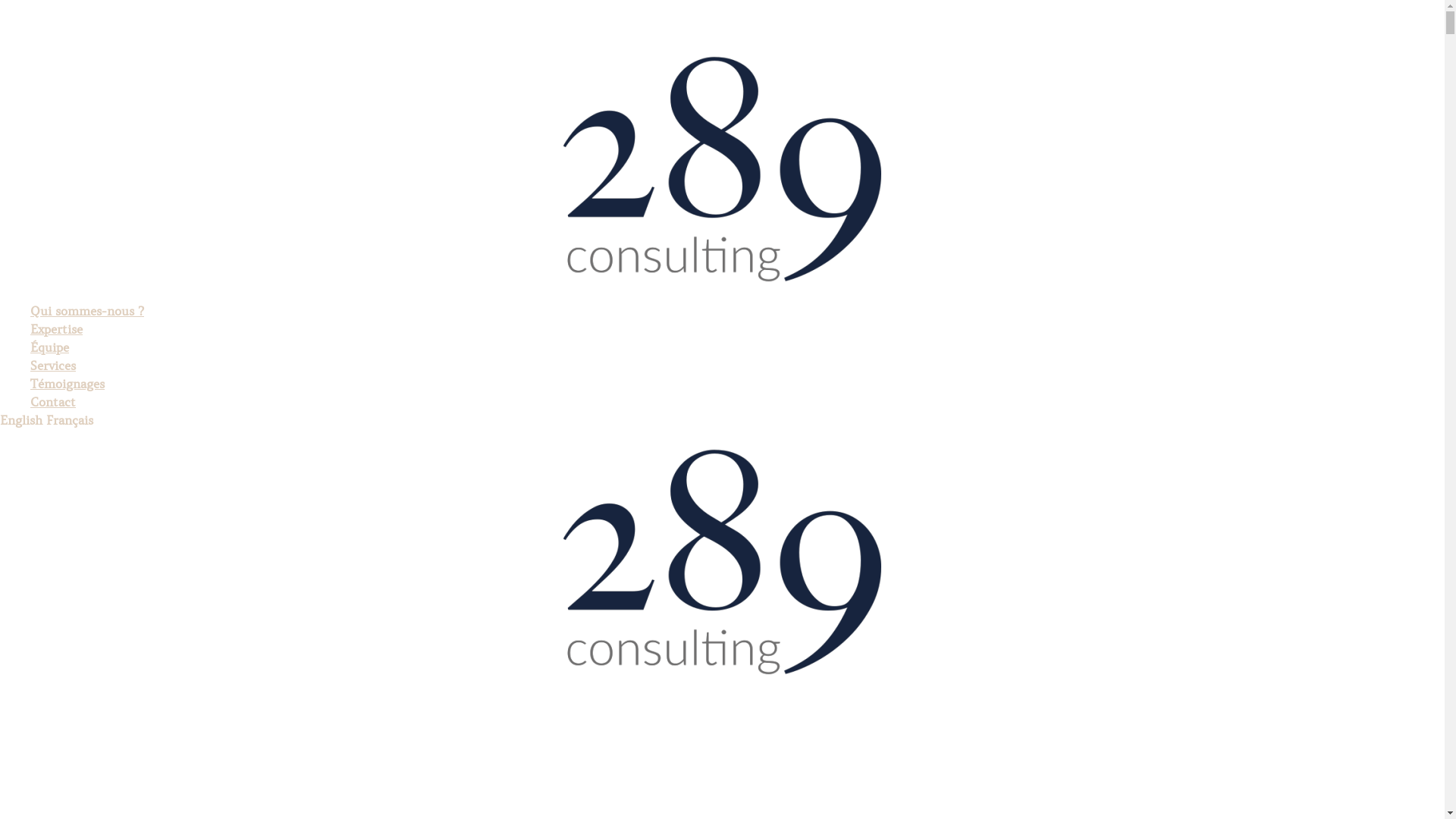  Describe the element at coordinates (56, 328) in the screenshot. I see `'Expertise'` at that location.